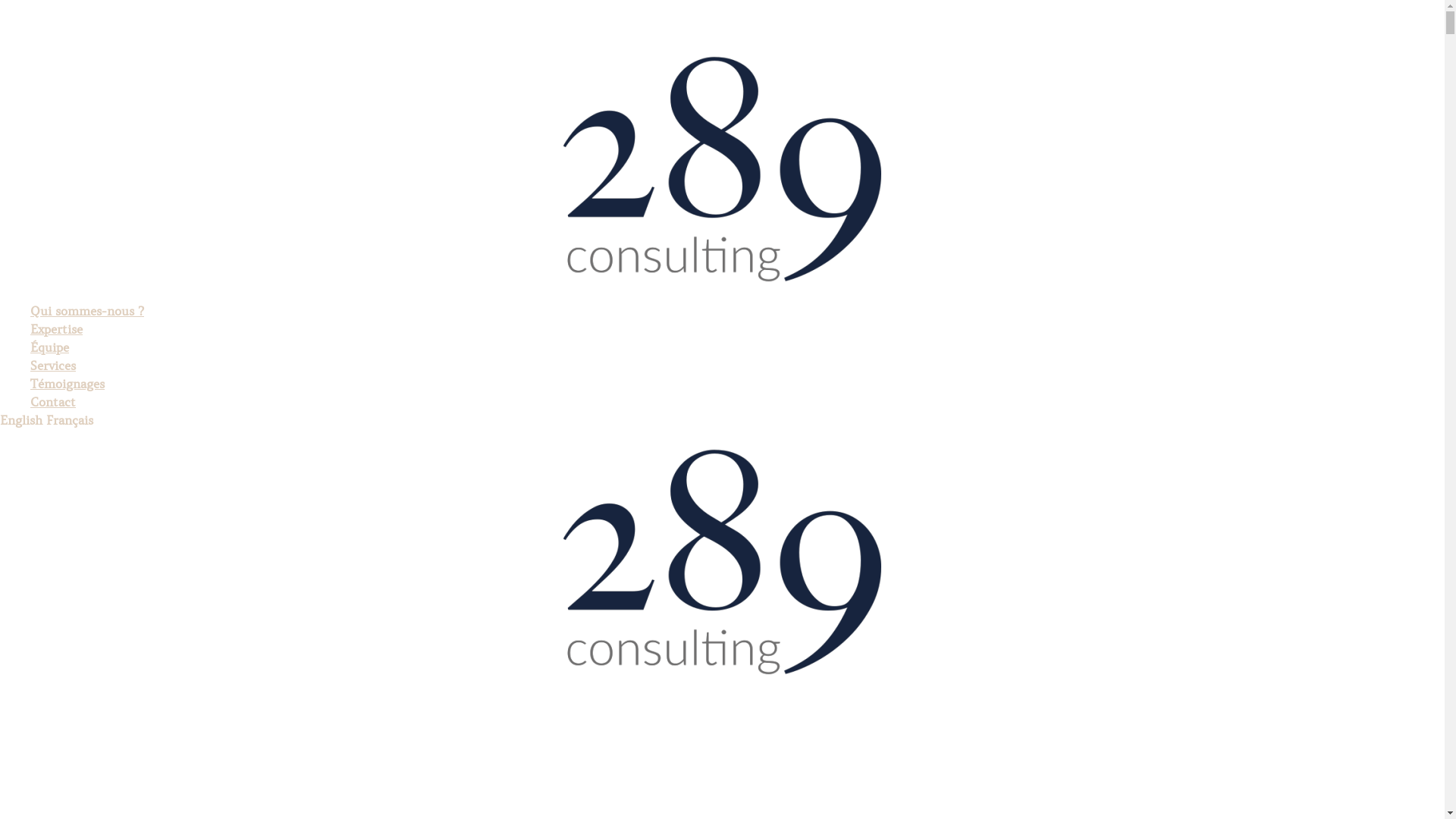  Describe the element at coordinates (56, 328) in the screenshot. I see `'Expertise'` at that location.